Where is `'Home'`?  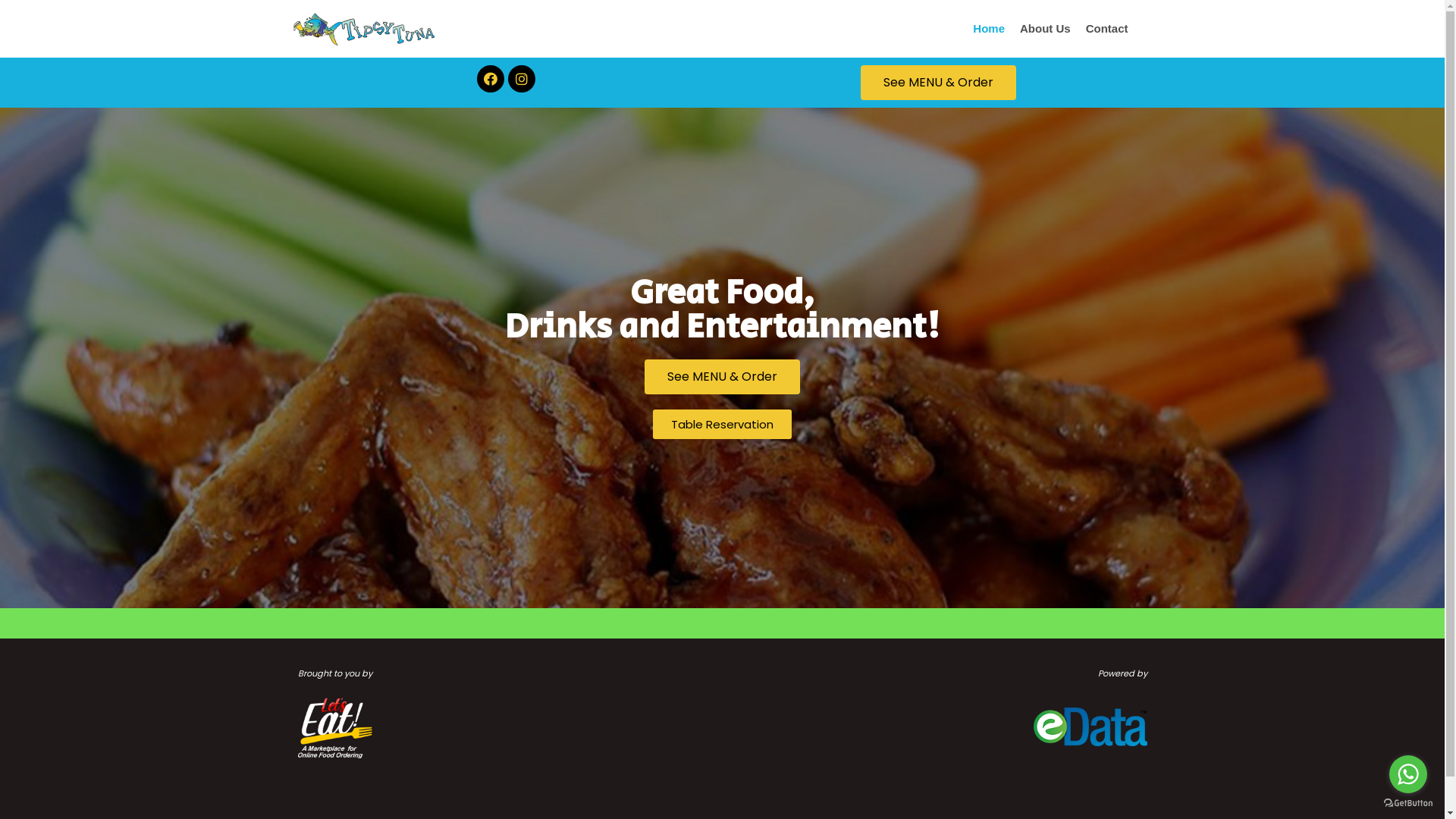
'Home' is located at coordinates (989, 29).